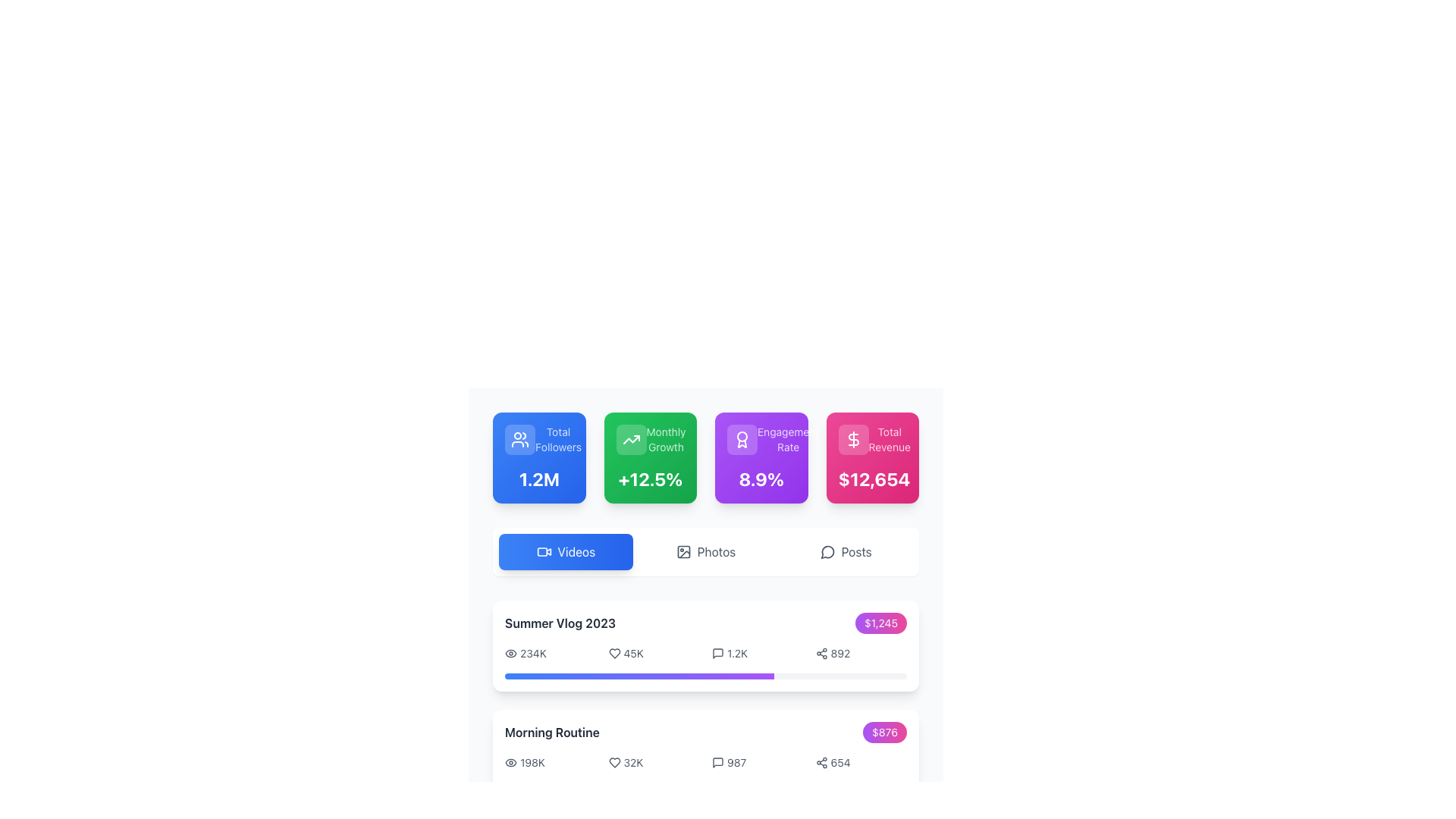  Describe the element at coordinates (650, 479) in the screenshot. I see `the text label displaying '+12.5%' in bold white font on a green background, located in the second column of the display` at that location.